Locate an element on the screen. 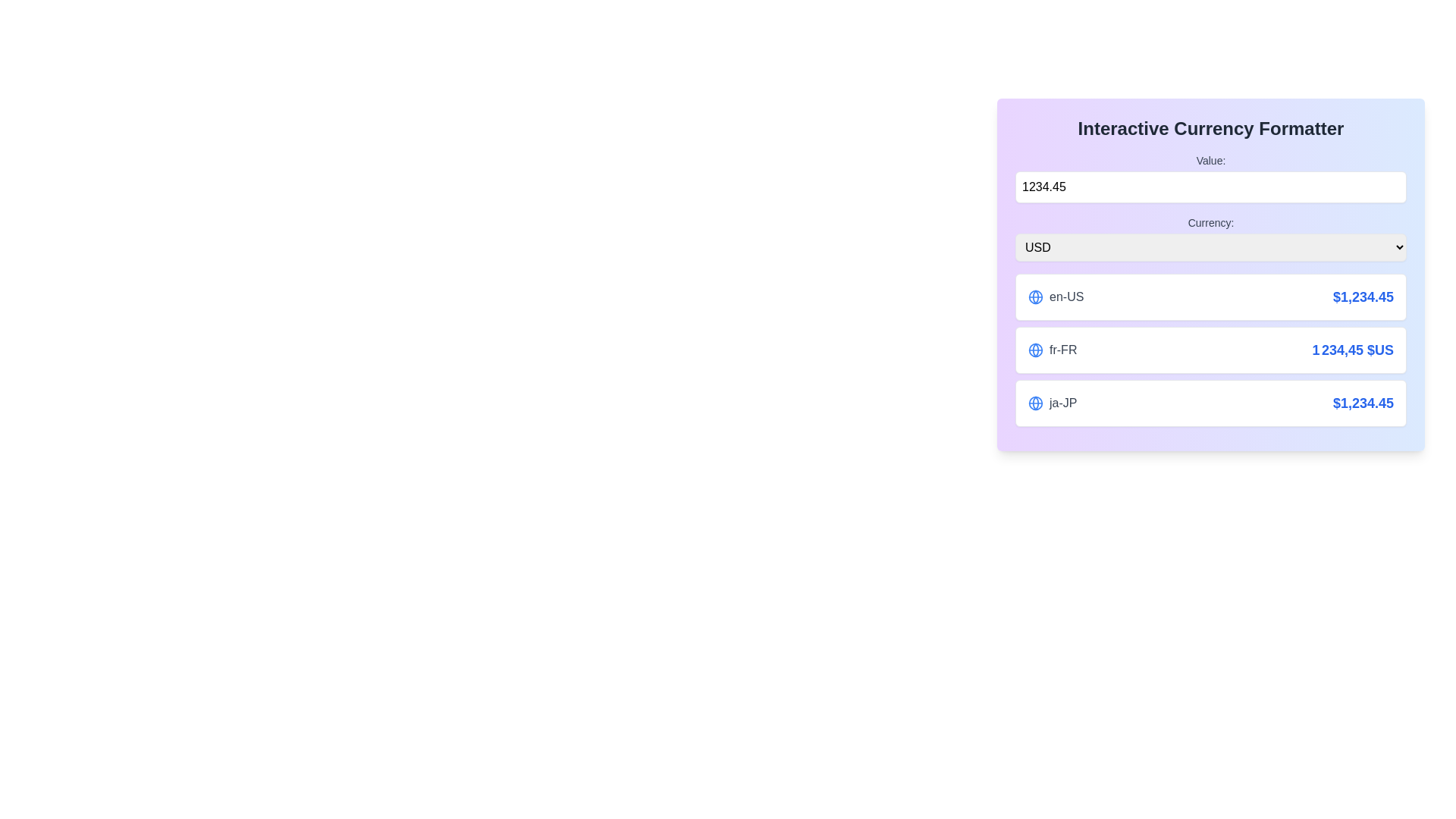  an option from the dropdown menu labeled 'Currency:' which currently shows 'USD' and is located within the 'Interactive Currency Formatter' widget is located at coordinates (1210, 237).